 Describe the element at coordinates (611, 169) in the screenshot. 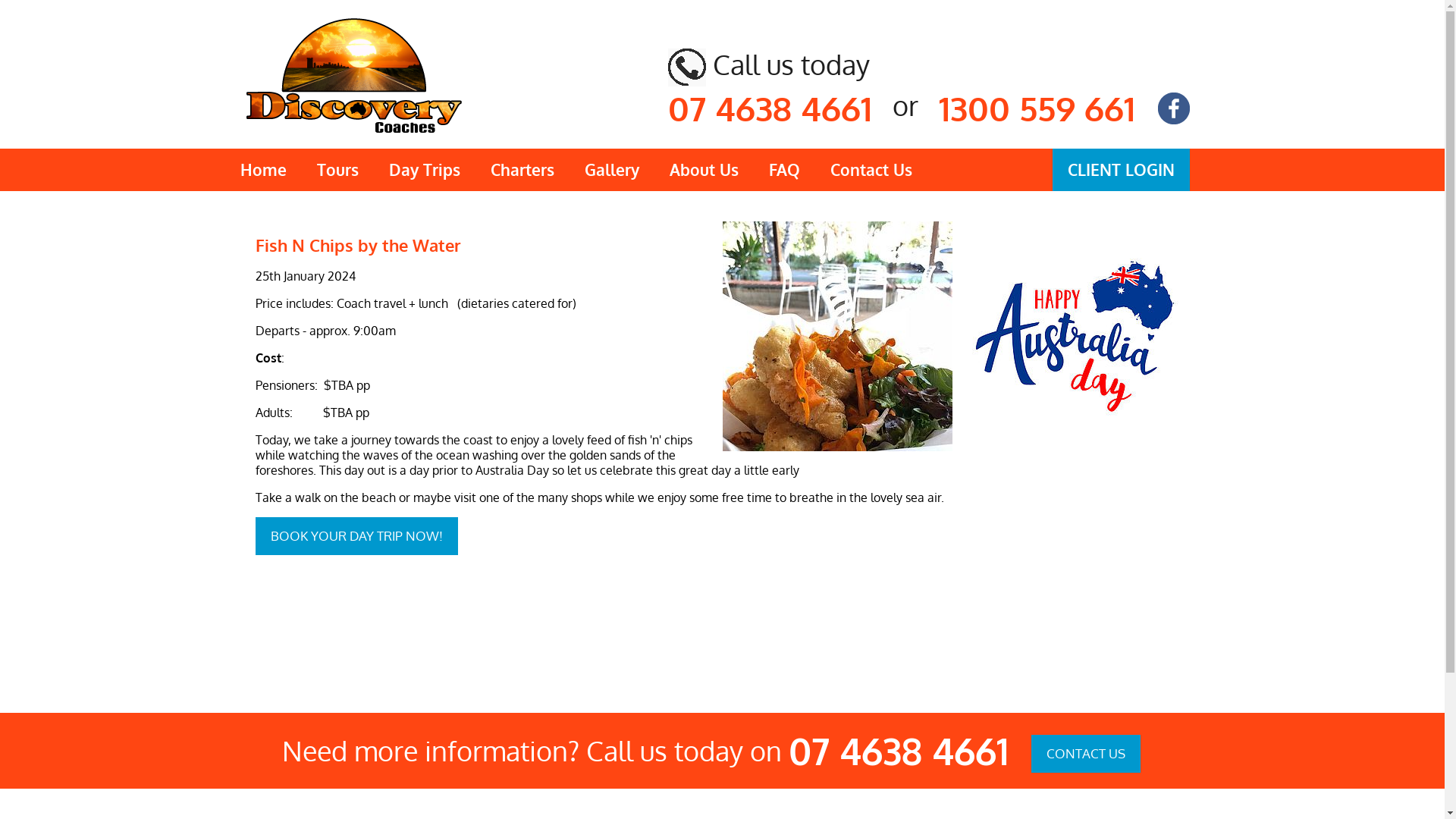

I see `'Gallery'` at that location.